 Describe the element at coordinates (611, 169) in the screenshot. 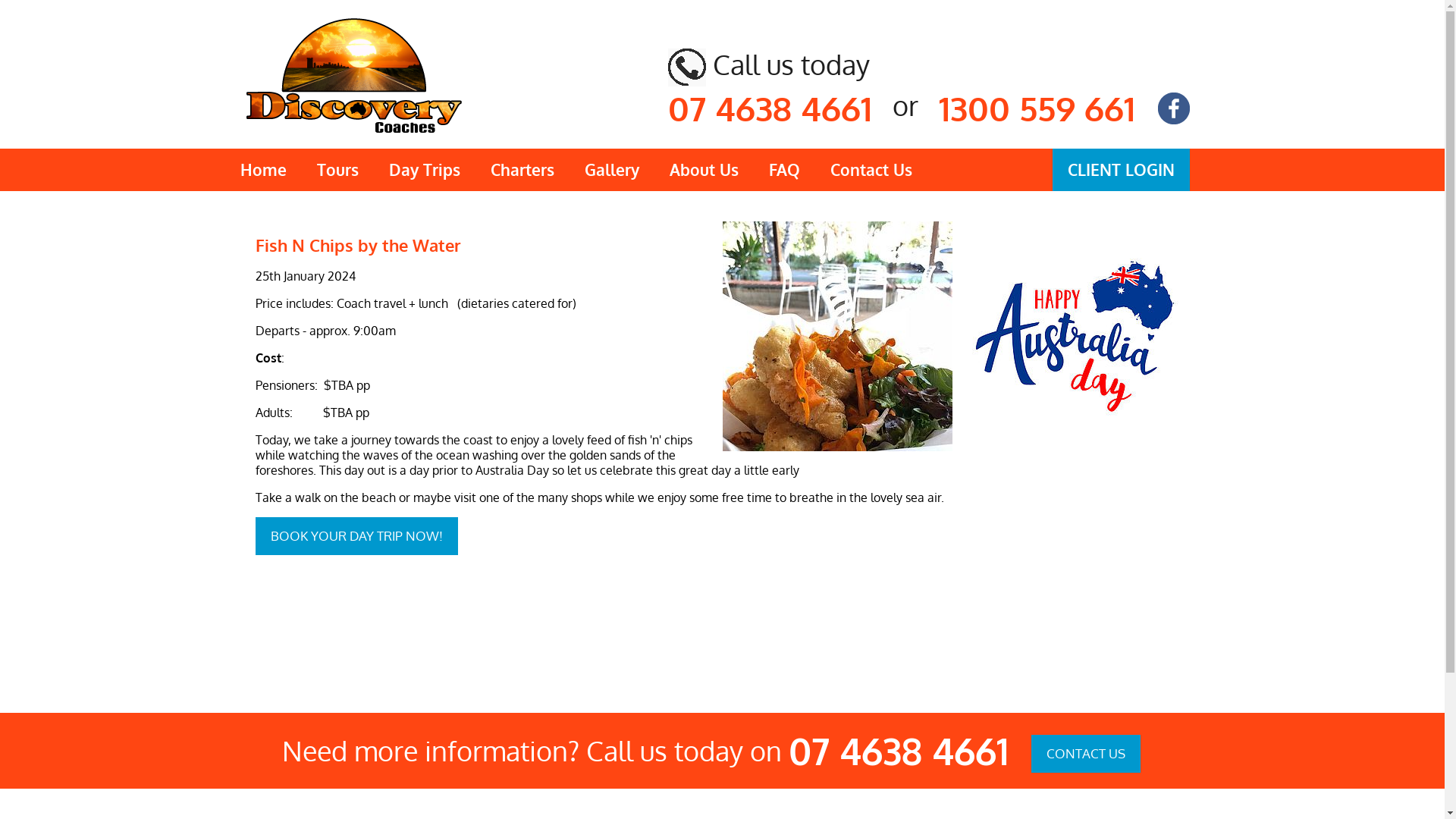

I see `'Gallery'` at that location.